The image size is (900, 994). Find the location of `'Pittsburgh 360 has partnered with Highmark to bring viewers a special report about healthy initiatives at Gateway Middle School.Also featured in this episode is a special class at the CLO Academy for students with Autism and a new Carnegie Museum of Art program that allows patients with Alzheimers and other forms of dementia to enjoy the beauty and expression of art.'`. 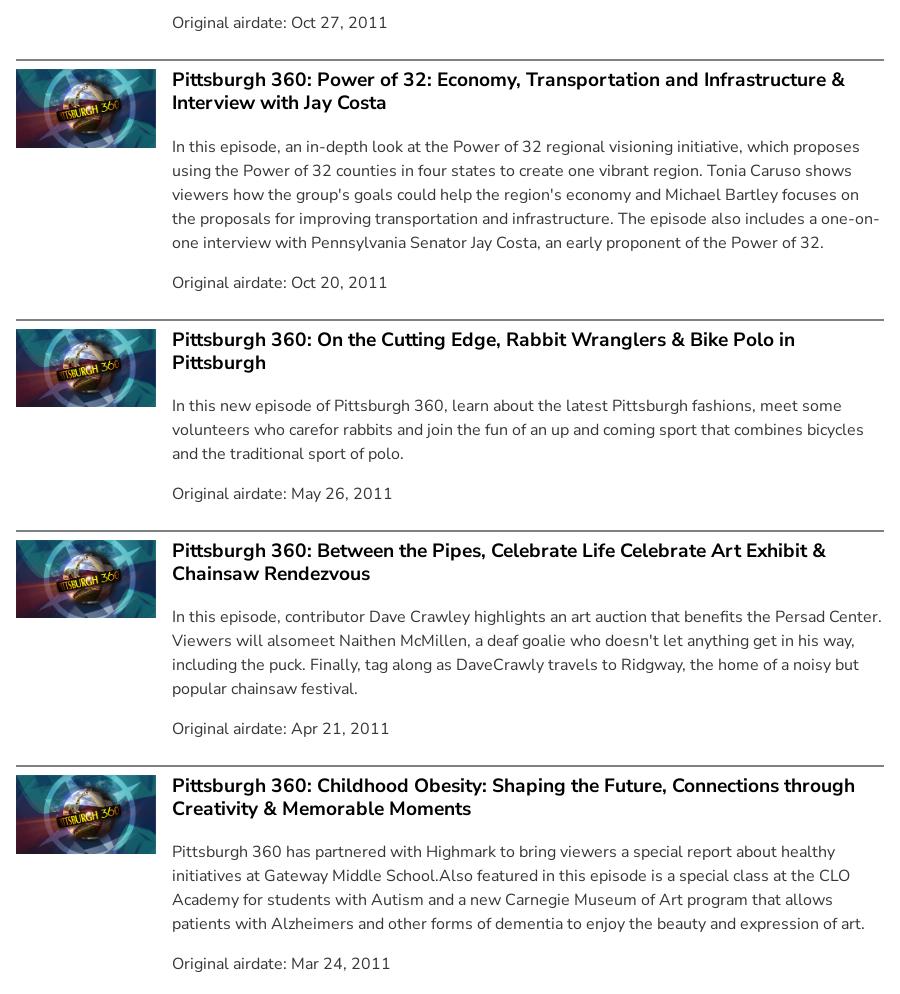

'Pittsburgh 360 has partnered with Highmark to bring viewers a special report about healthy initiatives at Gateway Middle School.Also featured in this episode is a special class at the CLO Academy for students with Autism and a new Carnegie Museum of Art program that allows patients with Alzheimers and other forms of dementia to enjoy the beauty and expression of art.' is located at coordinates (517, 888).